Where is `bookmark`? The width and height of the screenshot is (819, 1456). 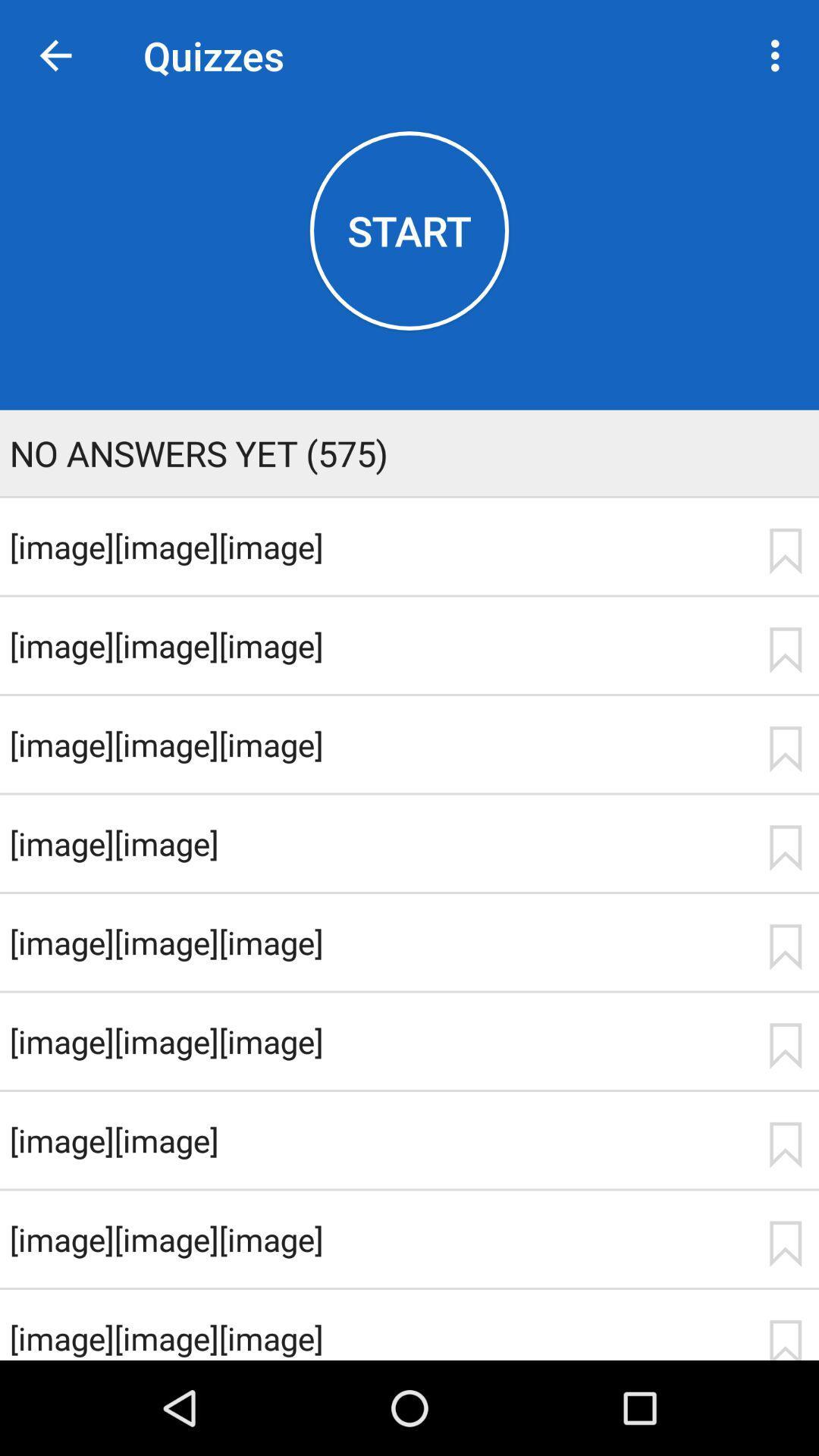 bookmark is located at coordinates (785, 1244).